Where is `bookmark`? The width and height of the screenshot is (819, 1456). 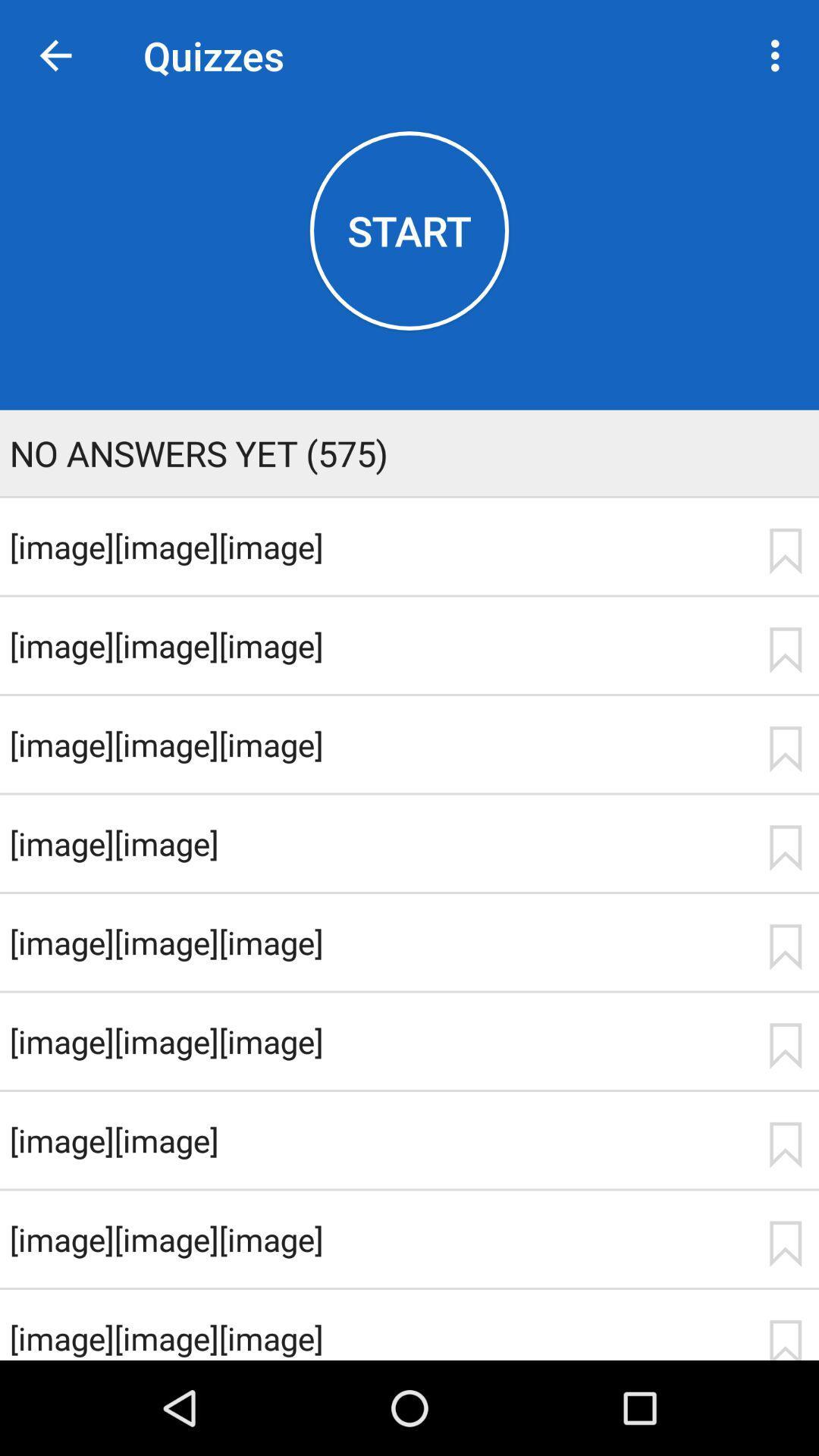 bookmark is located at coordinates (785, 1244).